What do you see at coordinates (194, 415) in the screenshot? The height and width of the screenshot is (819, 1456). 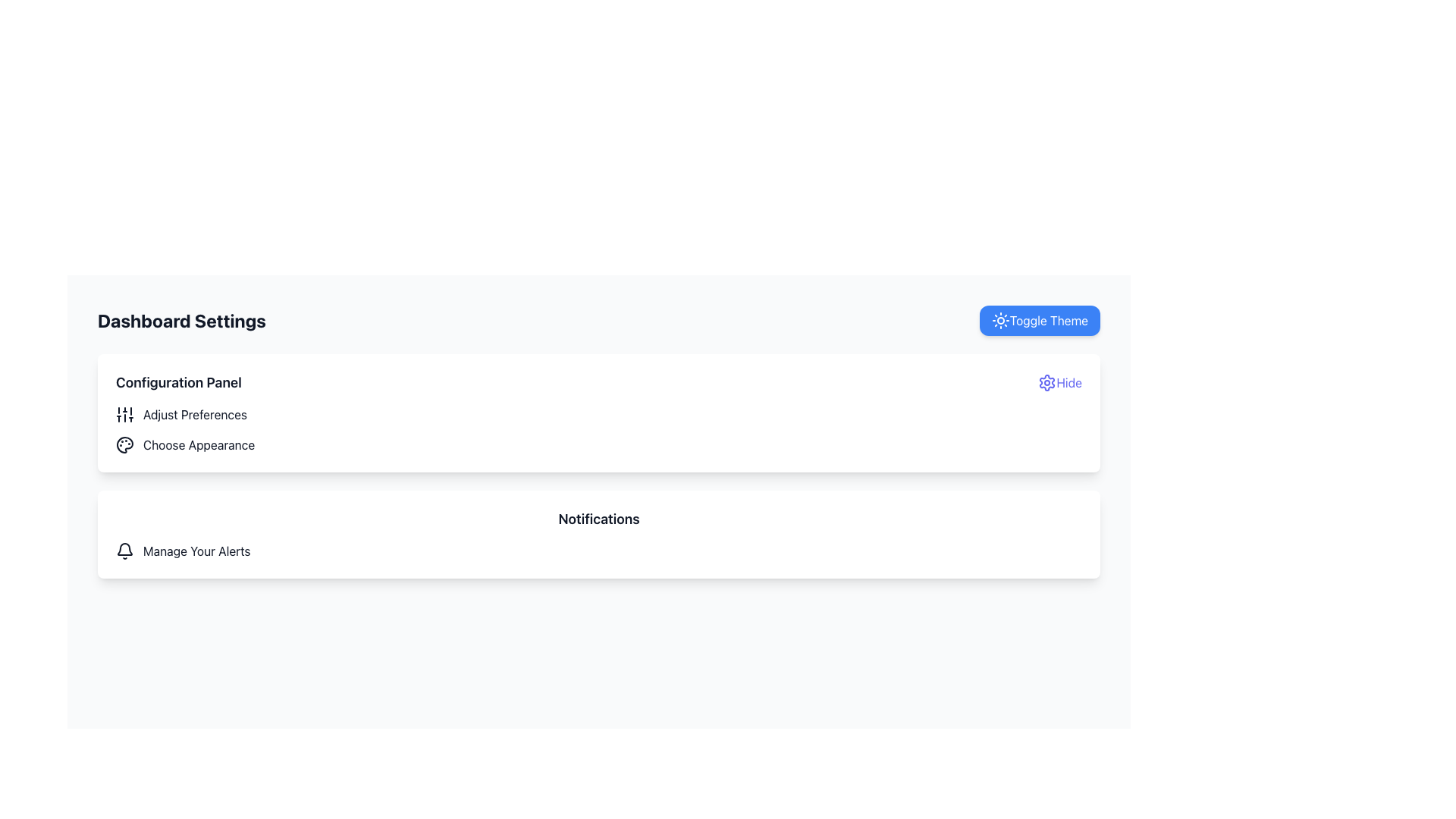 I see `text content of the first text label in the 'Configuration Panel' section, which serves as an indicator for adjusting preferences` at bounding box center [194, 415].